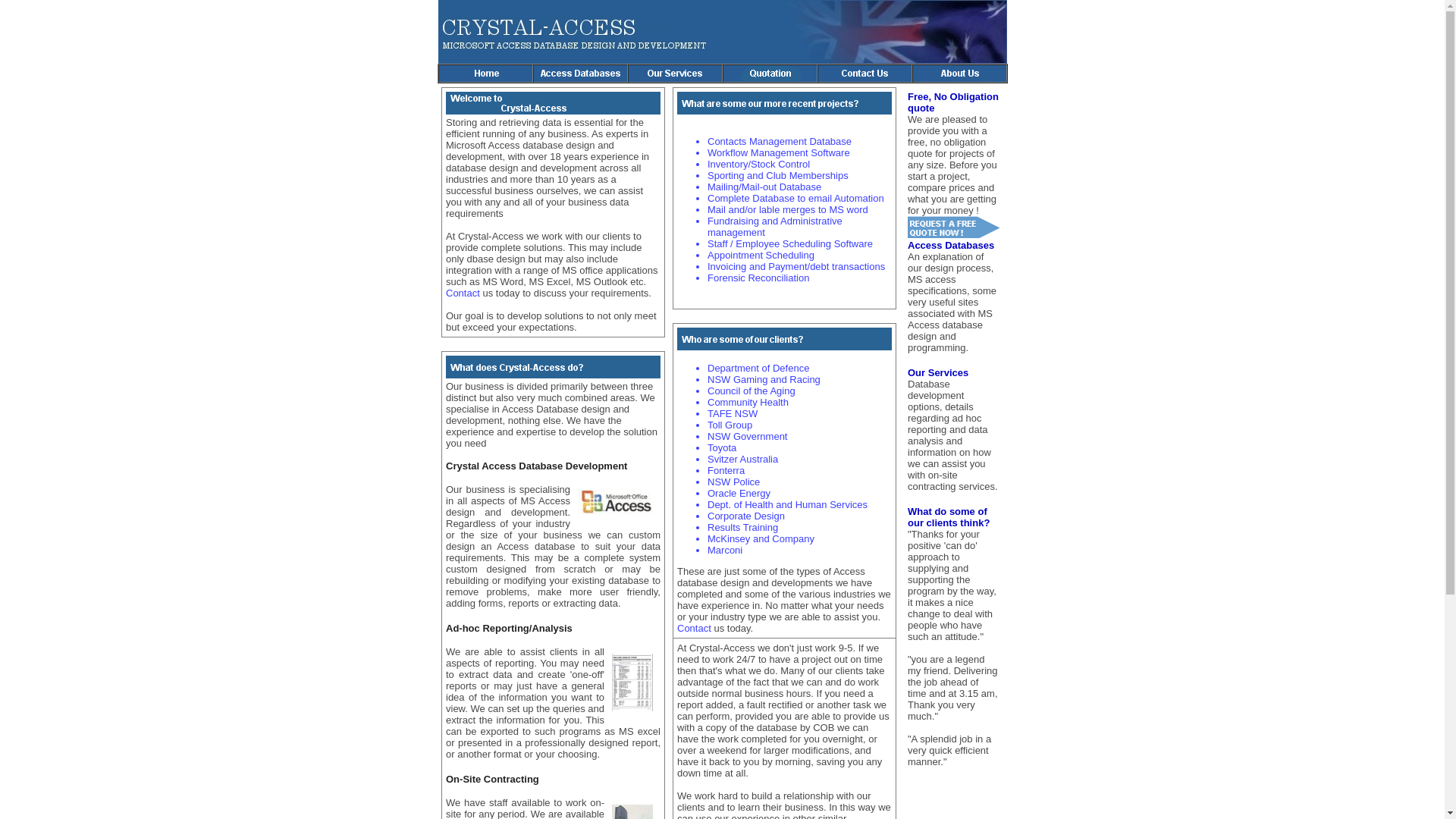 The image size is (1456, 819). I want to click on 'Contact', so click(463, 293).